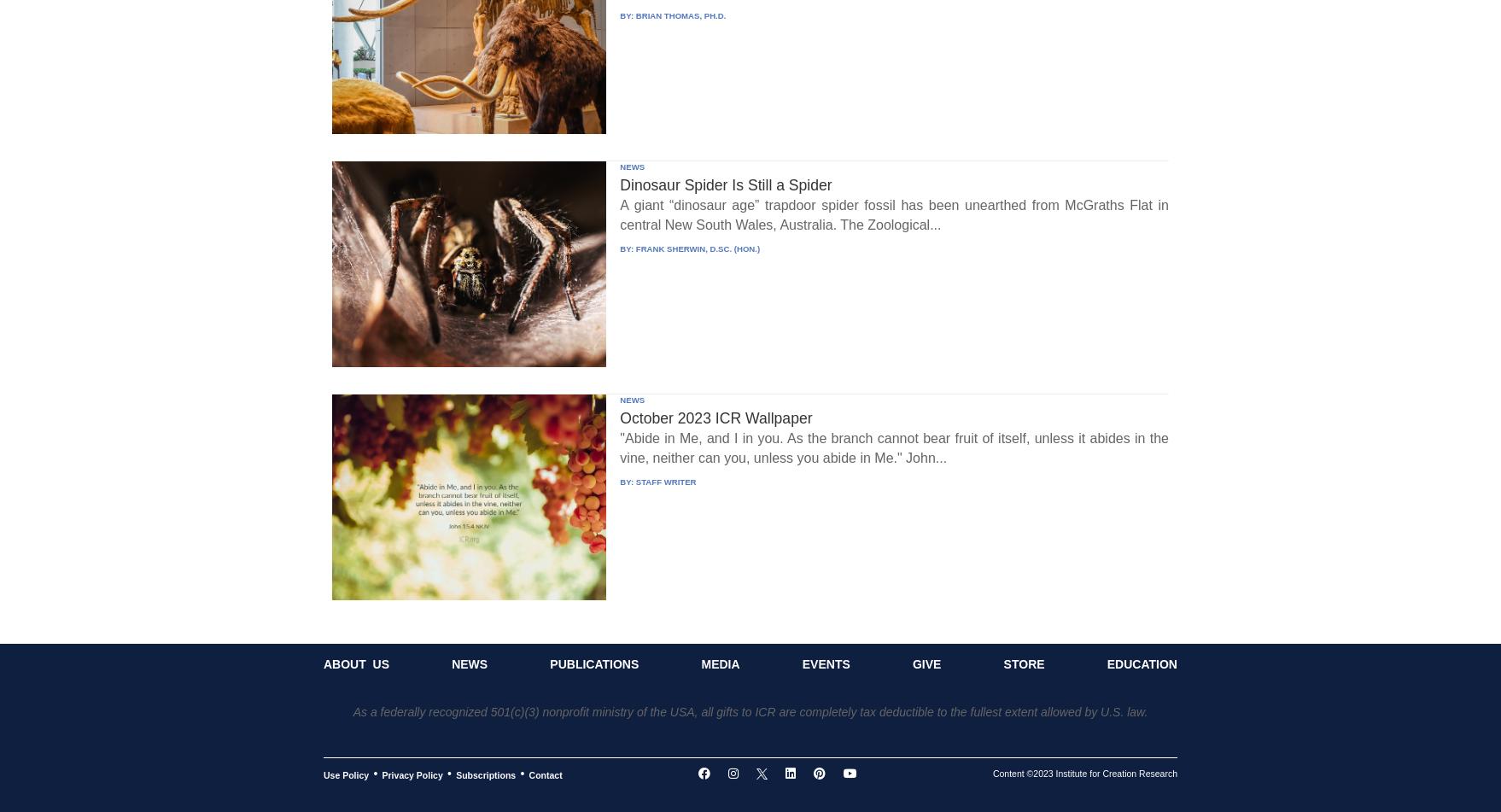 This screenshot has width=1501, height=812. What do you see at coordinates (469, 663) in the screenshot?
I see `'News'` at bounding box center [469, 663].